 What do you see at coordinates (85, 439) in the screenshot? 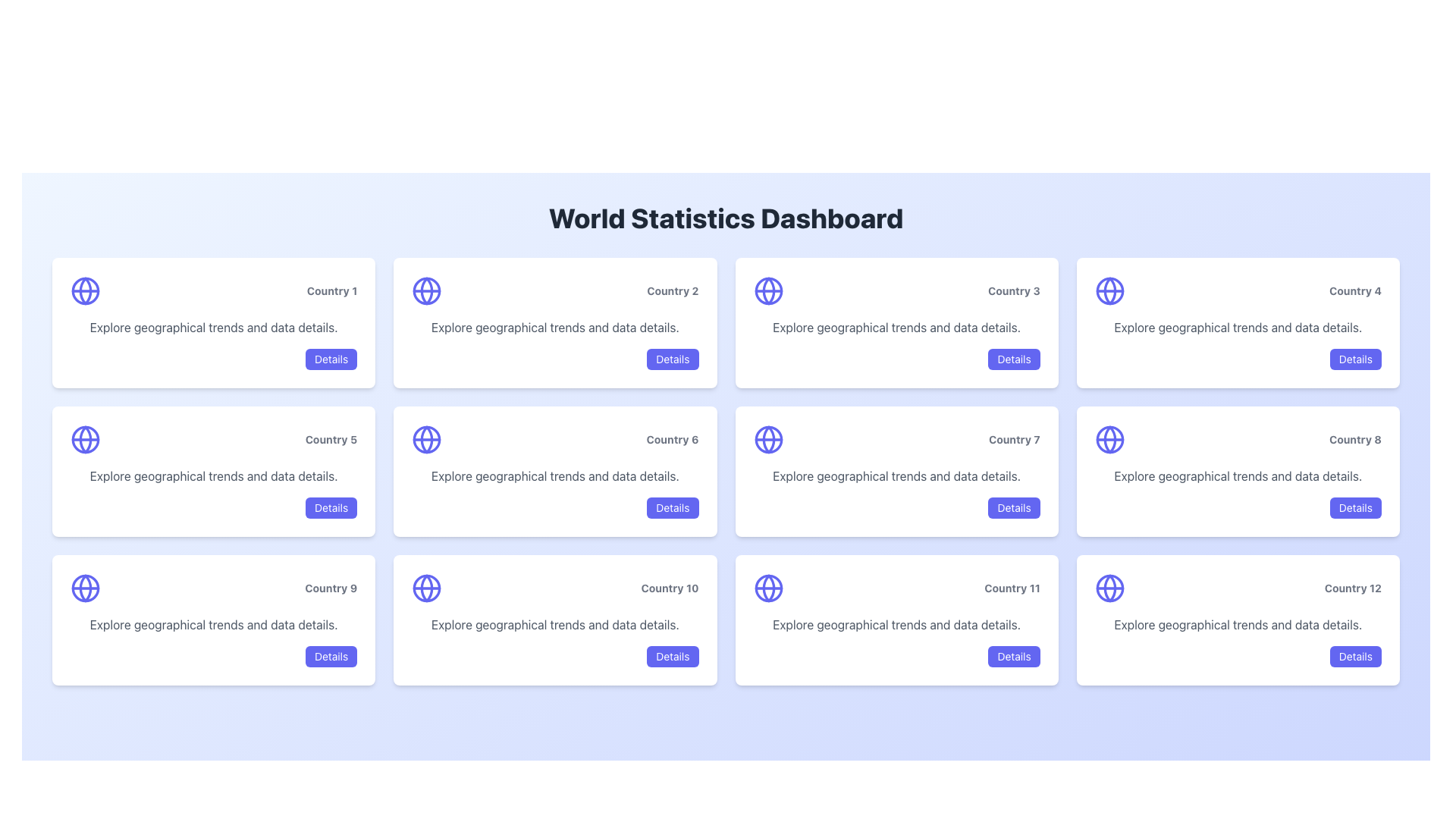
I see `the circular globe icon` at bounding box center [85, 439].